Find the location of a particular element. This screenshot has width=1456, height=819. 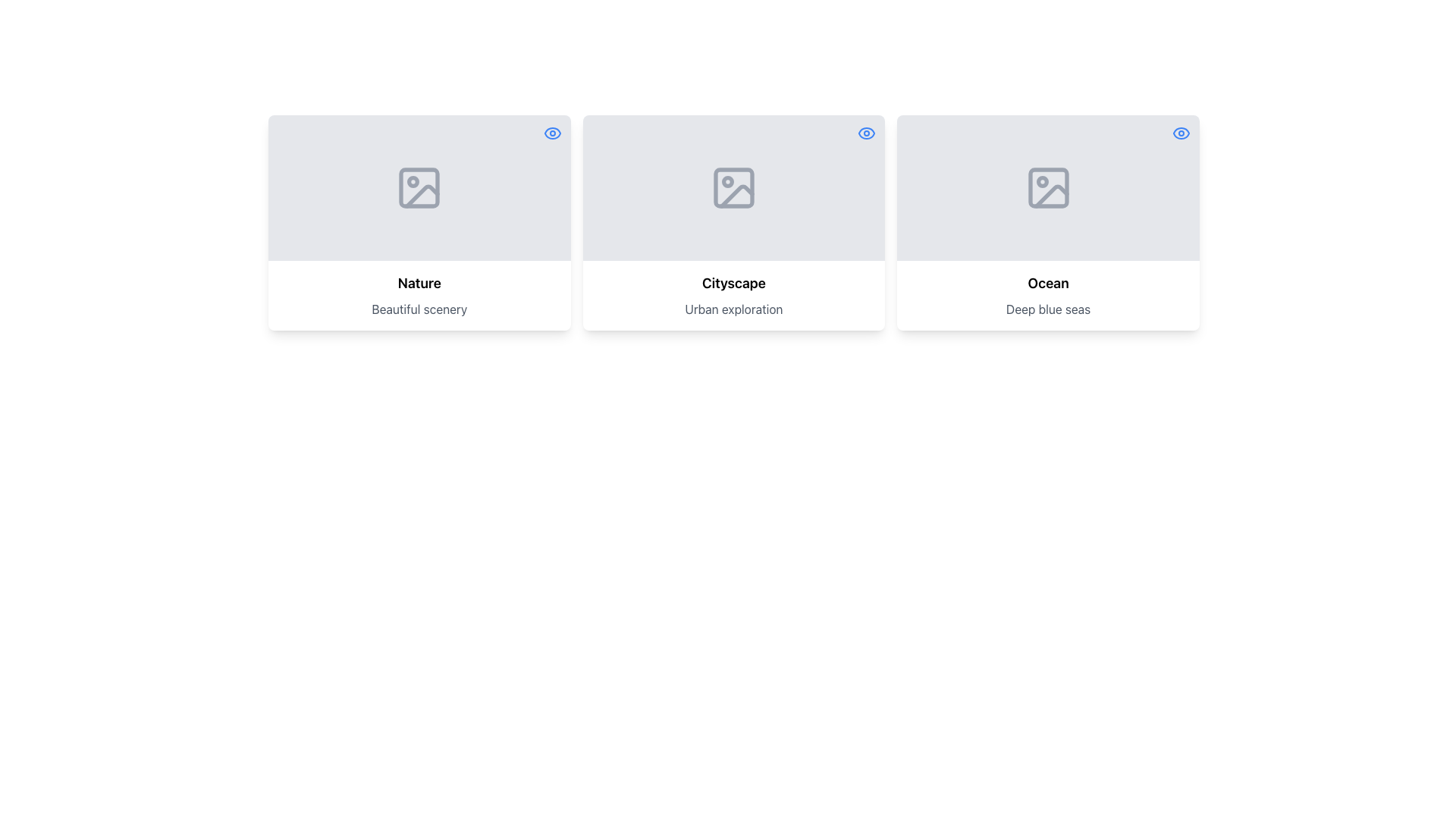

the icon located in the upper half of the left-most card that symbolizes content or categories related to images or scenery is located at coordinates (422, 196).